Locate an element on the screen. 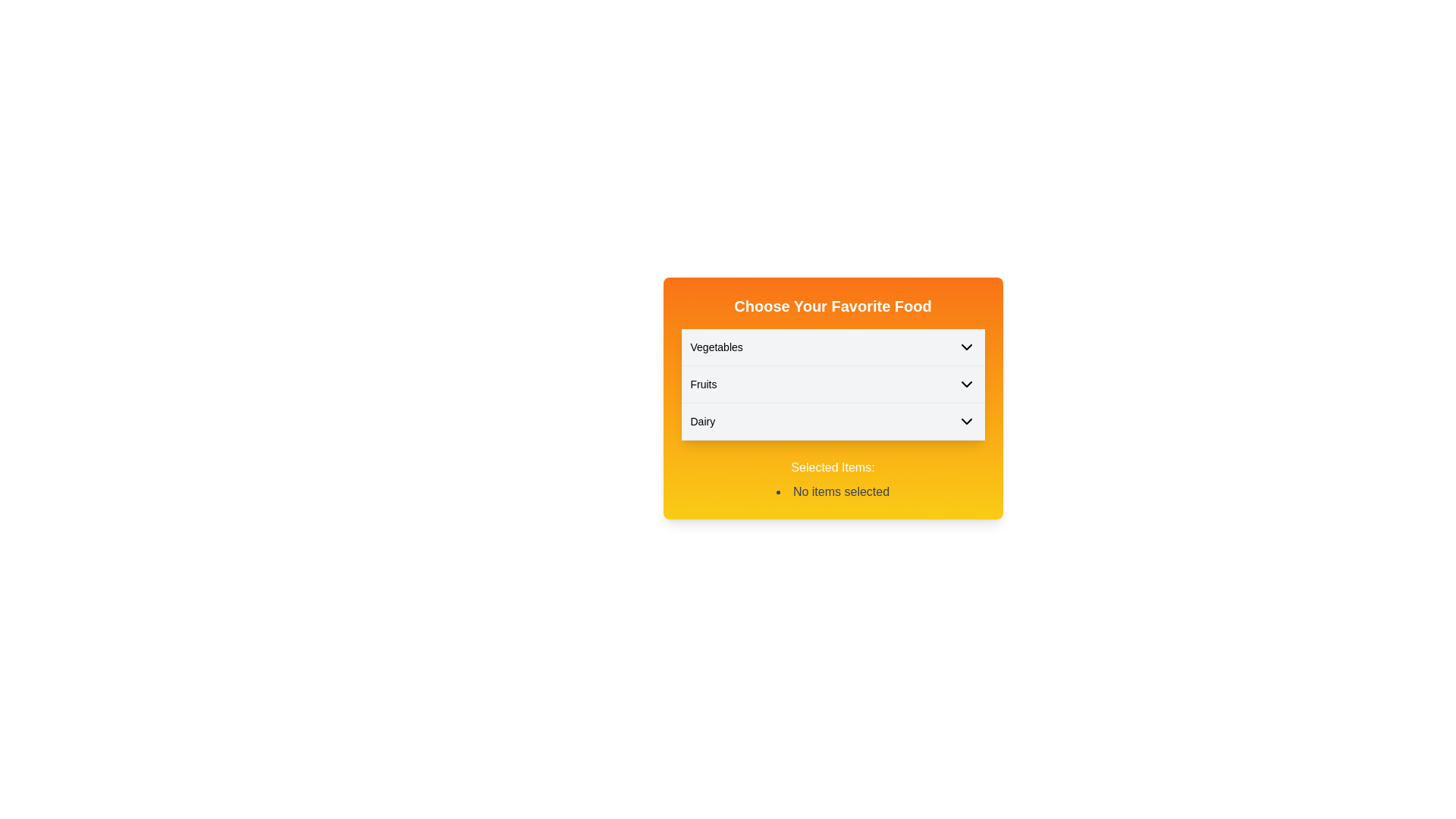  the 'Vegetables' text label is located at coordinates (716, 347).